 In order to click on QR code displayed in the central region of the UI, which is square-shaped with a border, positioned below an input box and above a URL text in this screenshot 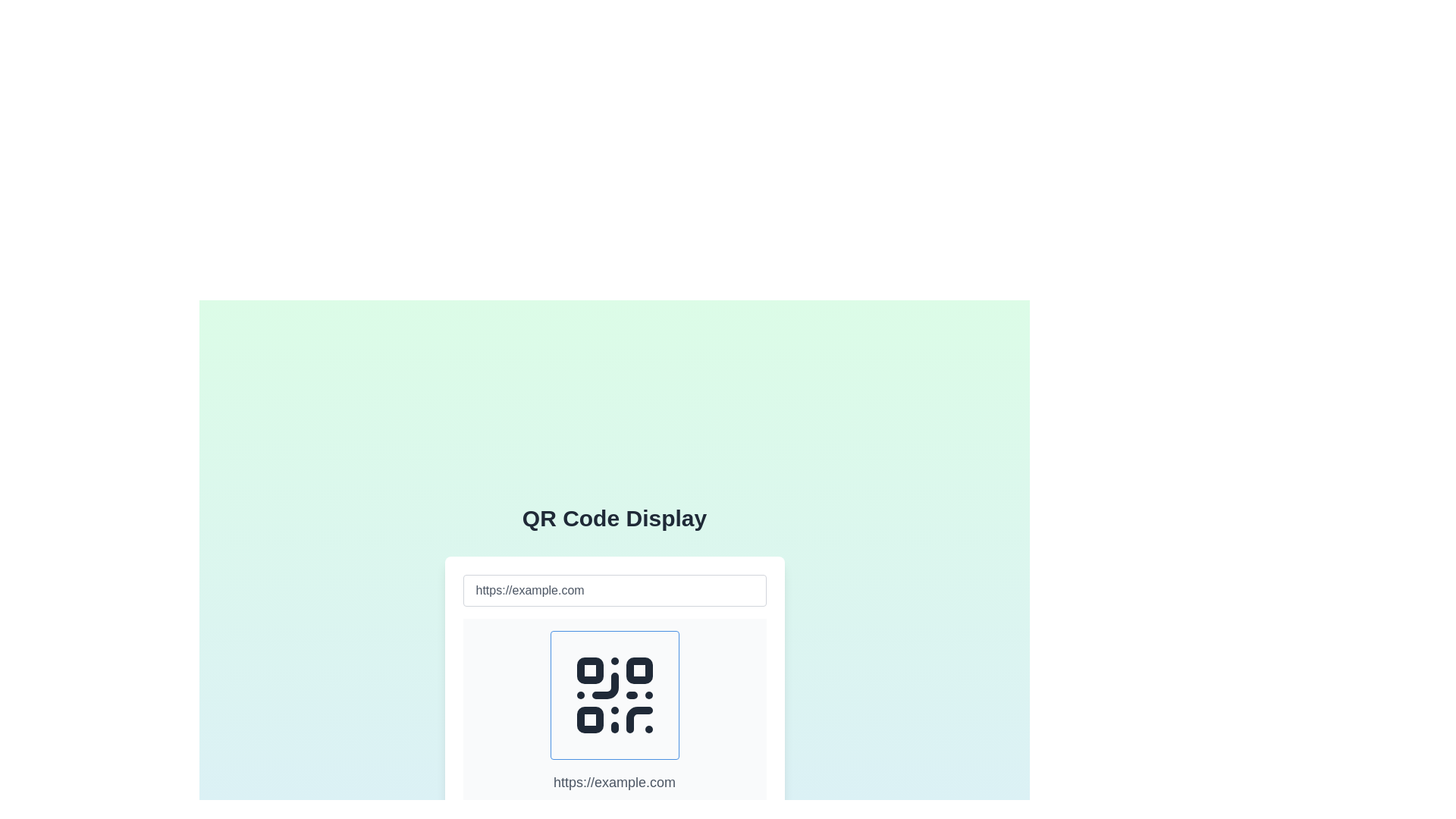, I will do `click(614, 695)`.